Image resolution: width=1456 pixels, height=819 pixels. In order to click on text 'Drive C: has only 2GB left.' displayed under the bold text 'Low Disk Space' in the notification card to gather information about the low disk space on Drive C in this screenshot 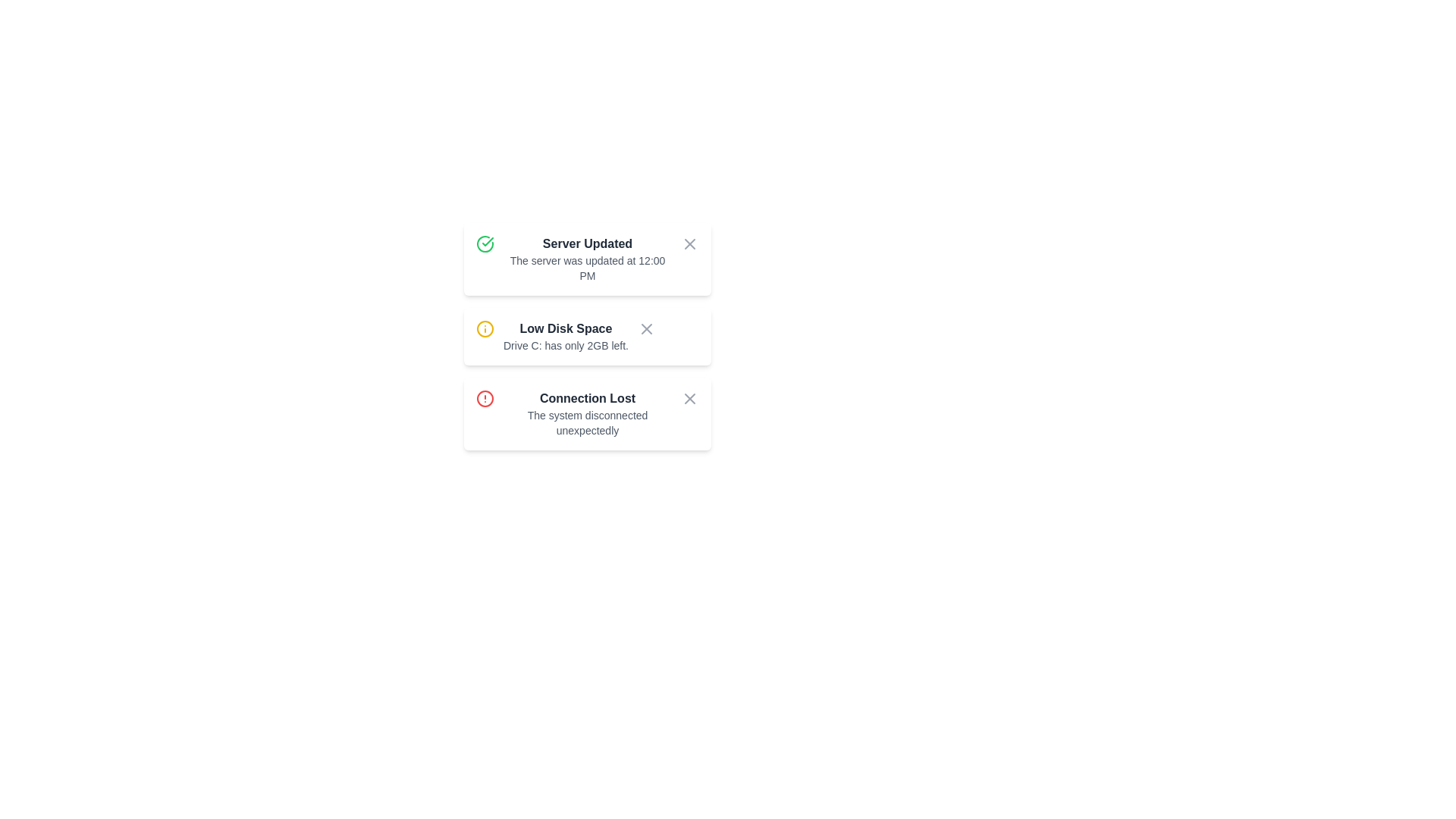, I will do `click(565, 345)`.